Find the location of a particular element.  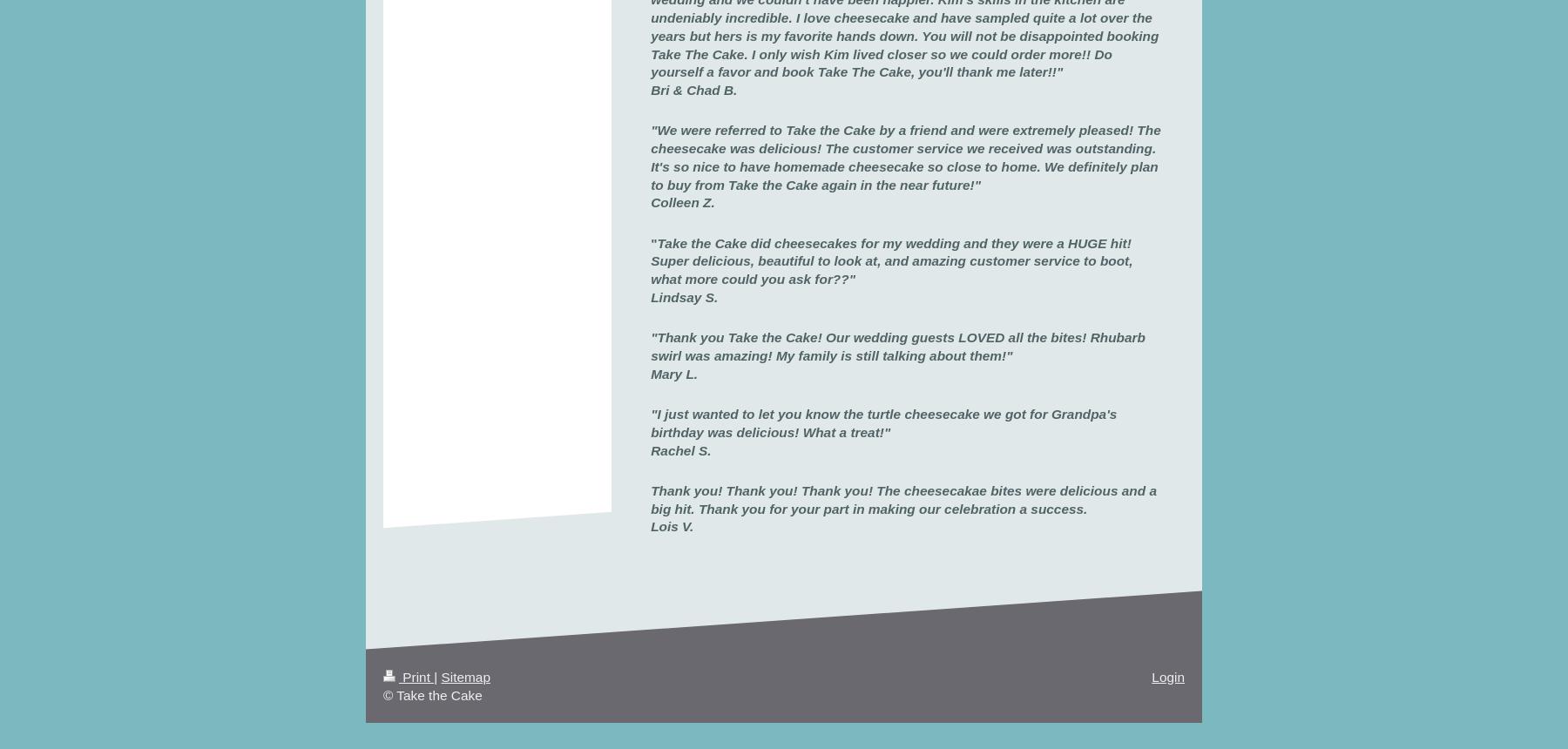

'Take the Cake did cheesecakes for my wedding and they were a HUGE hit! Super delicious, beautiful to look at, and amazing customer service to boot, what more could you ask
for??"' is located at coordinates (891, 260).